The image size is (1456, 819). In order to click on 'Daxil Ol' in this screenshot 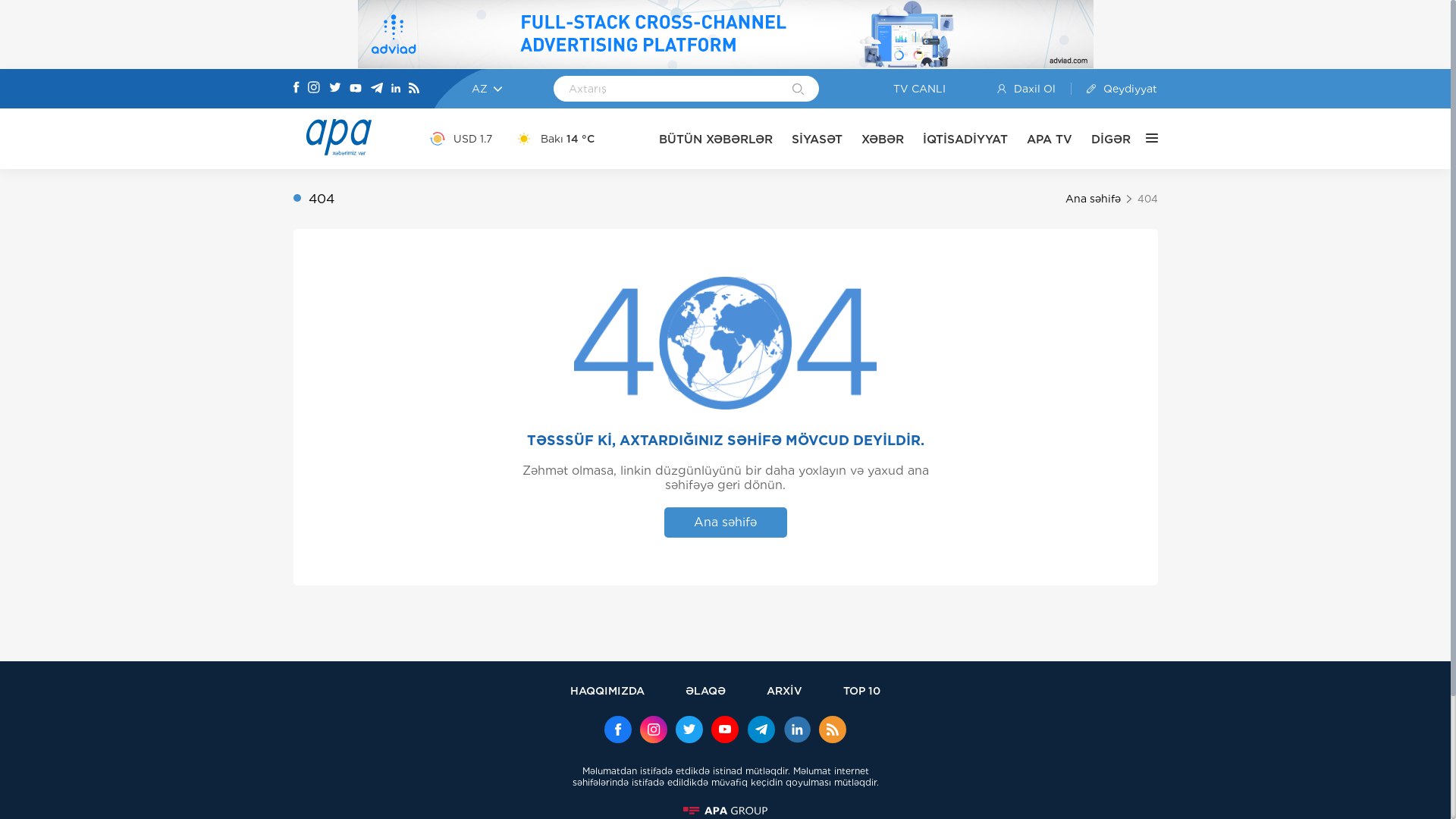, I will do `click(1033, 88)`.